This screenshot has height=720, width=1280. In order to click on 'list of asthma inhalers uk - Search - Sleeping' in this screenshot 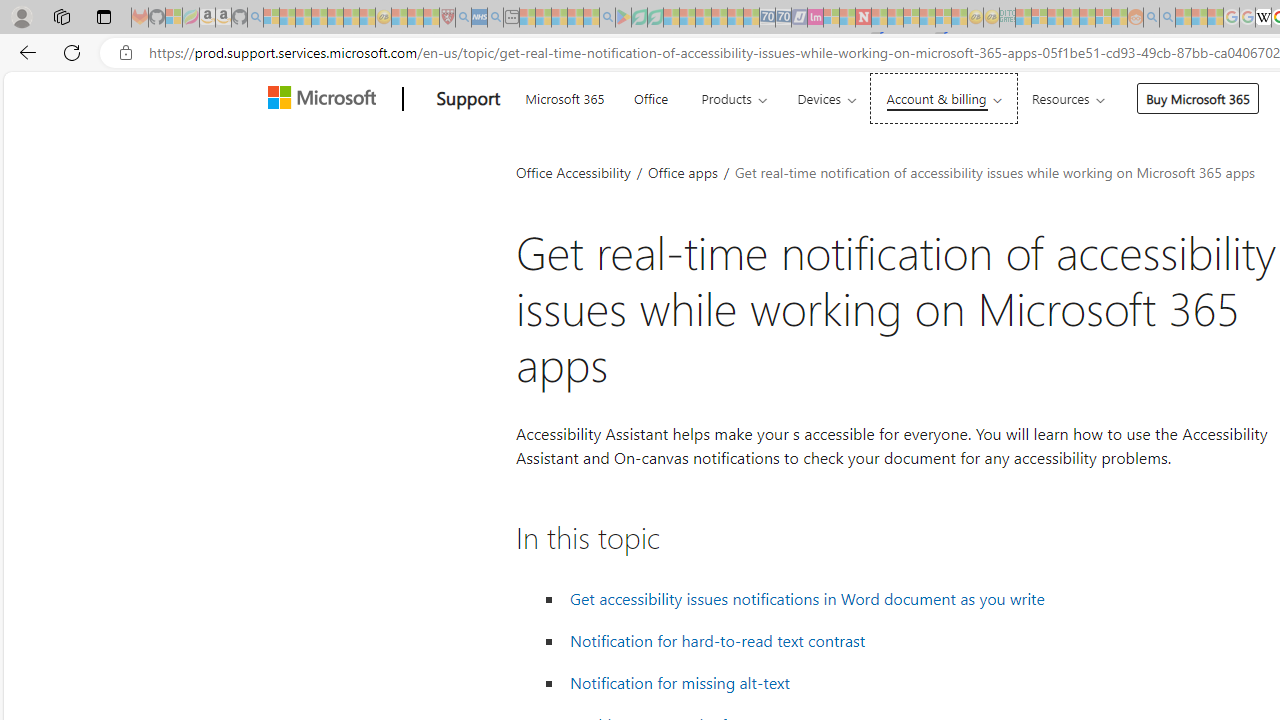, I will do `click(462, 17)`.